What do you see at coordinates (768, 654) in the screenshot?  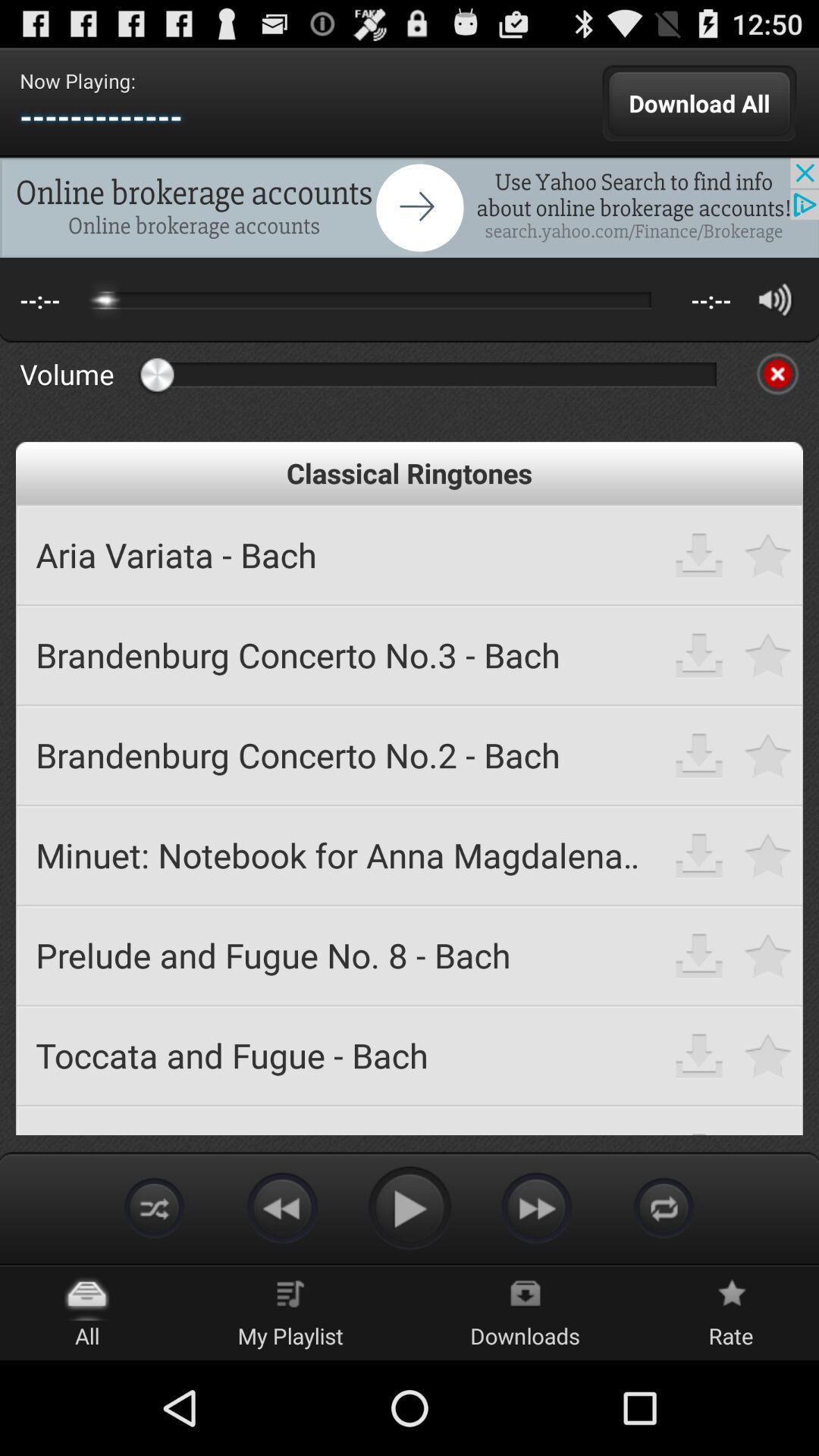 I see `ringtone` at bounding box center [768, 654].